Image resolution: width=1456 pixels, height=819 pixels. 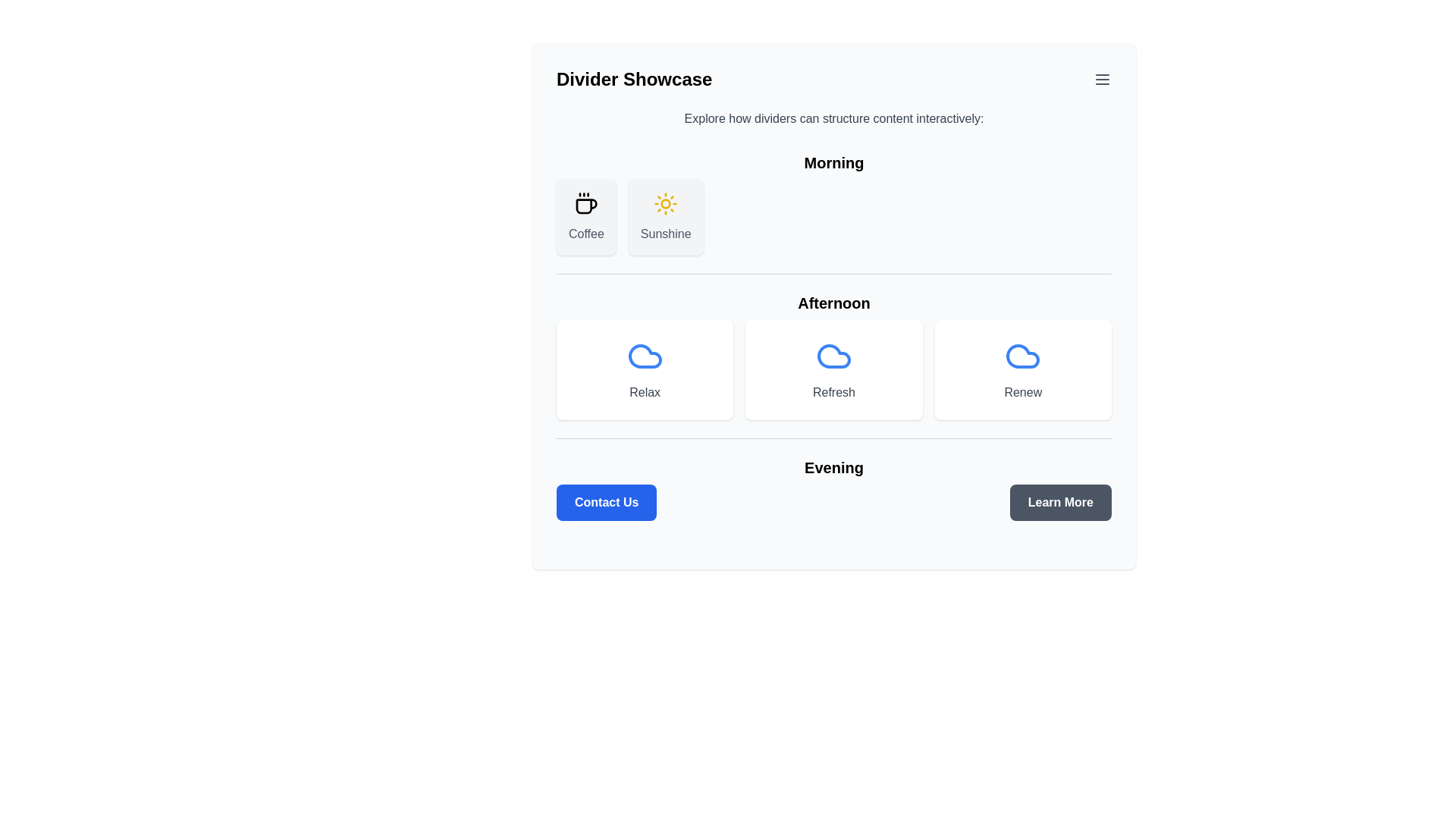 What do you see at coordinates (833, 118) in the screenshot?
I see `the text label reading 'Explore how dividers can structure content interactively:'` at bounding box center [833, 118].